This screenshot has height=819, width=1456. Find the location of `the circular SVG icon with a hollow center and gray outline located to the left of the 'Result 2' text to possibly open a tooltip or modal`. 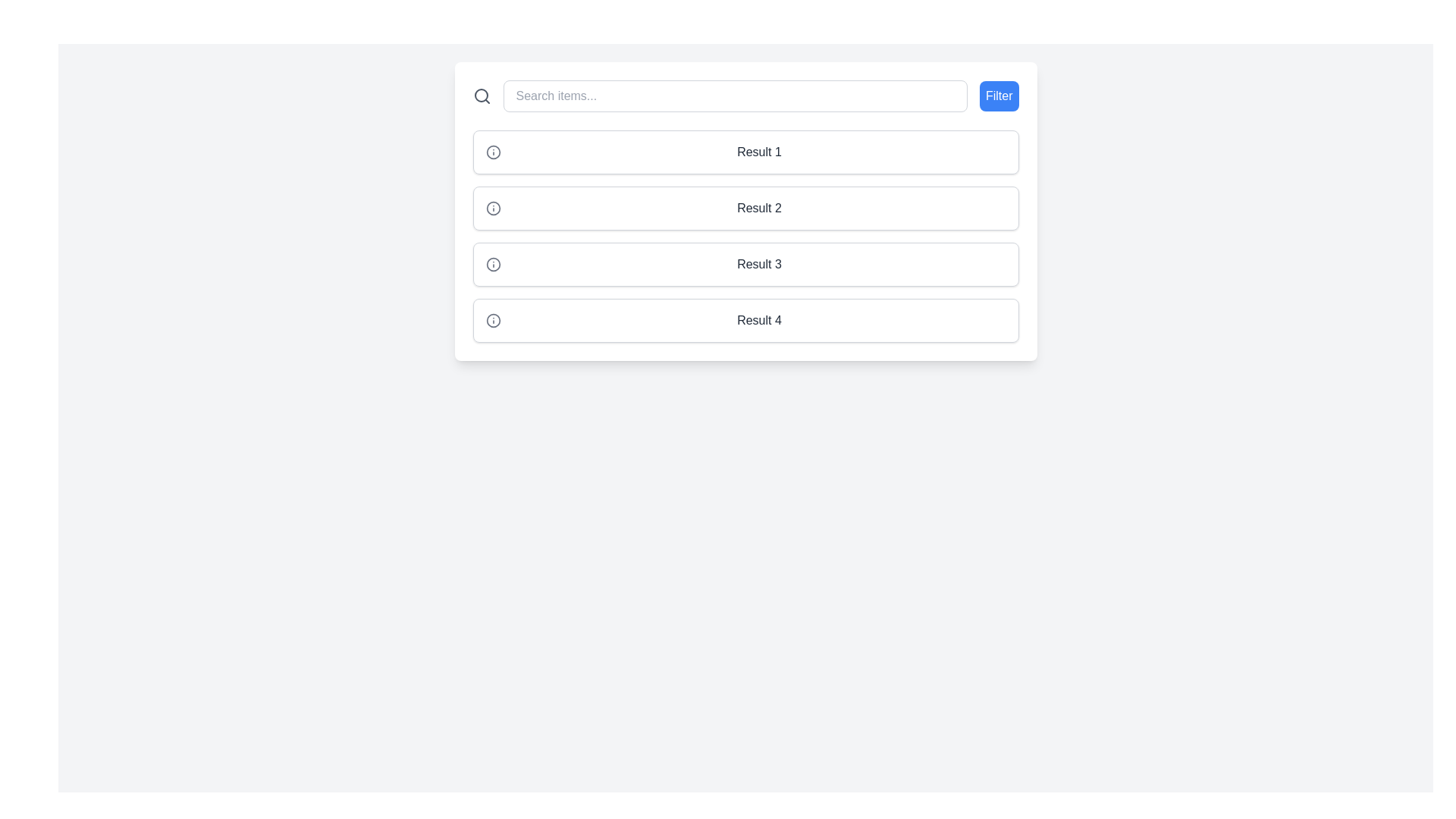

the circular SVG icon with a hollow center and gray outline located to the left of the 'Result 2' text to possibly open a tooltip or modal is located at coordinates (493, 208).